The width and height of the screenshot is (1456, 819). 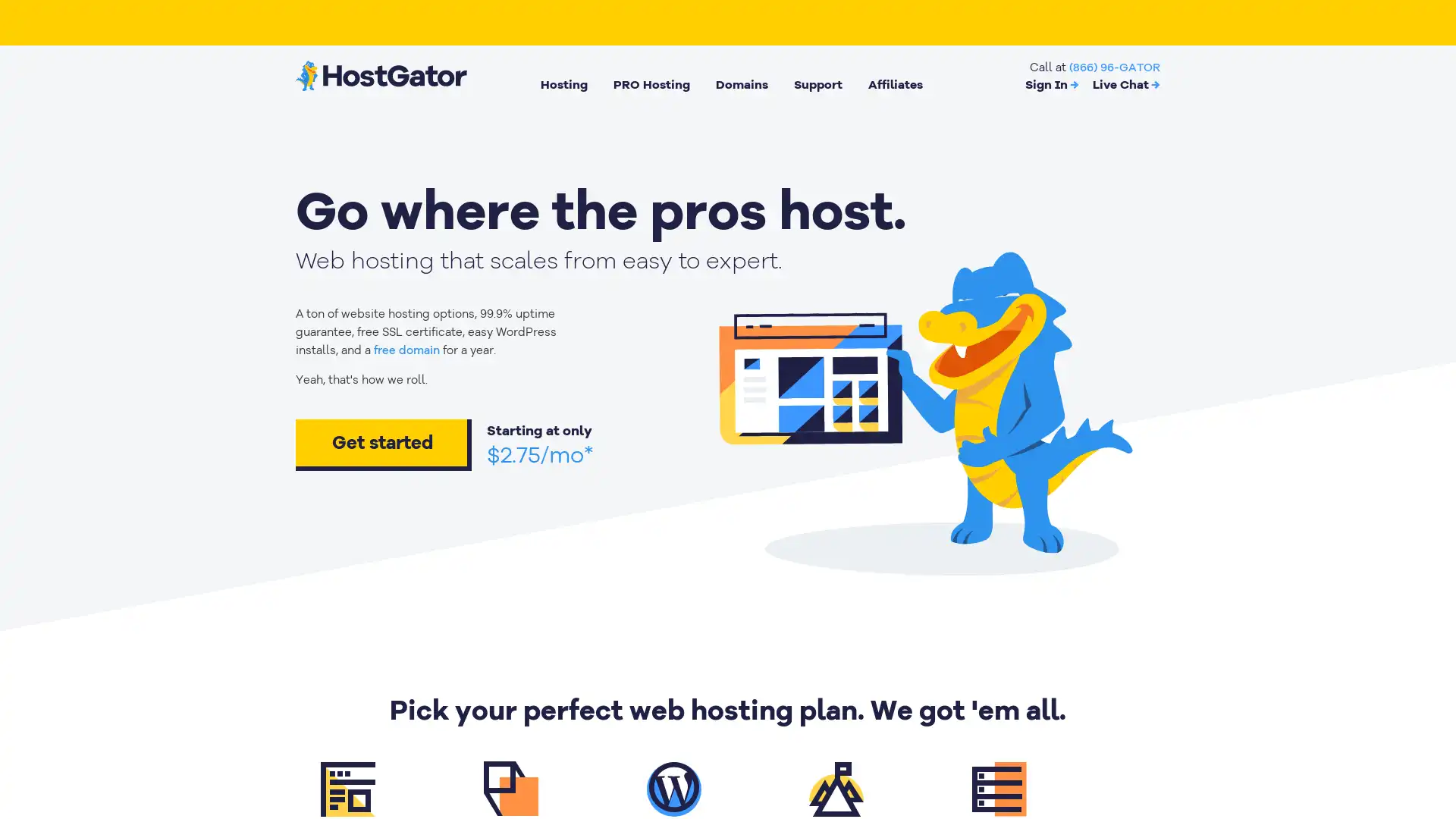 What do you see at coordinates (154, 760) in the screenshot?
I see `Cookies Settings` at bounding box center [154, 760].